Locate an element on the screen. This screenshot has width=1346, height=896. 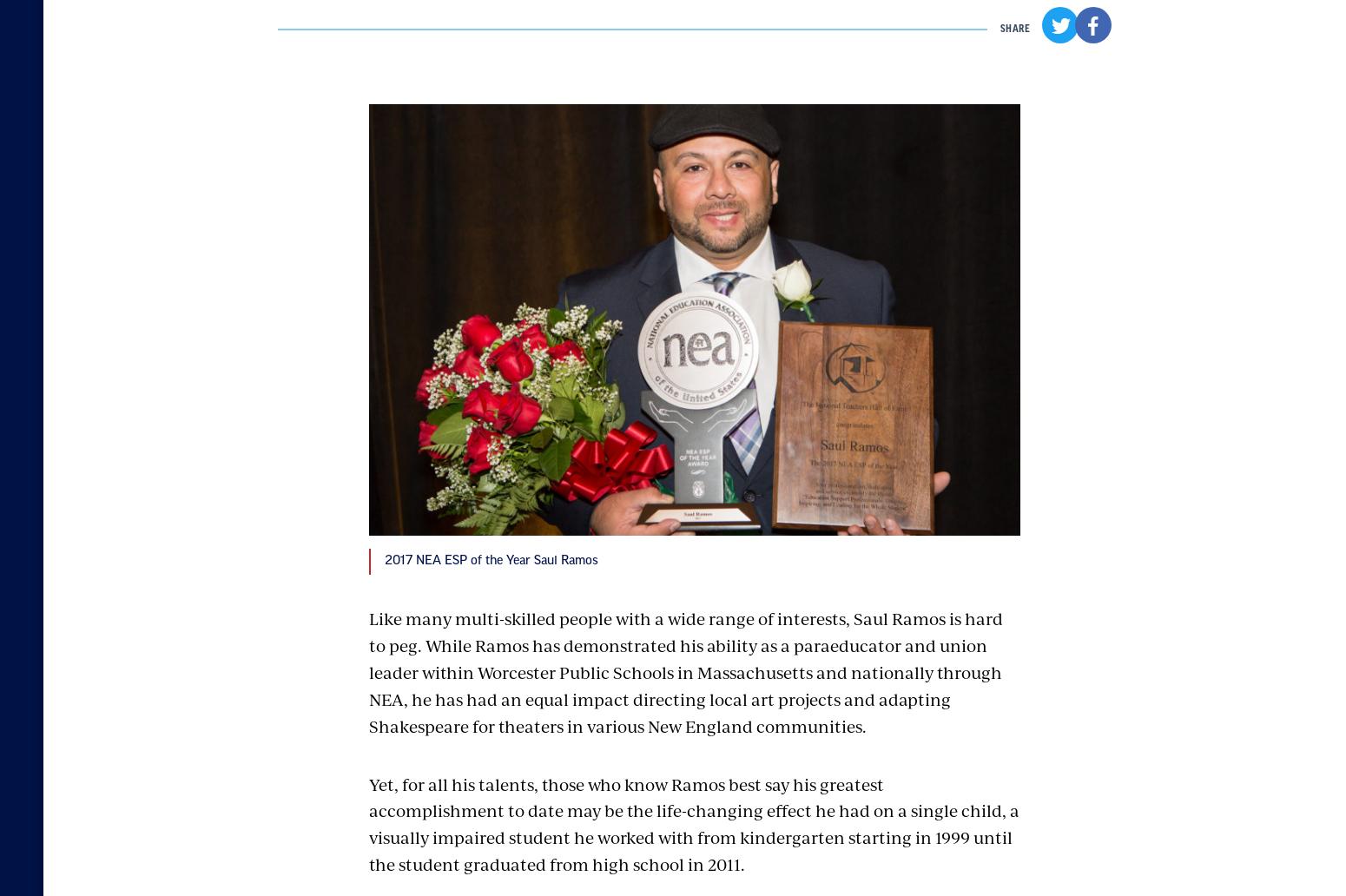
'Research & Publications' is located at coordinates (808, 715).